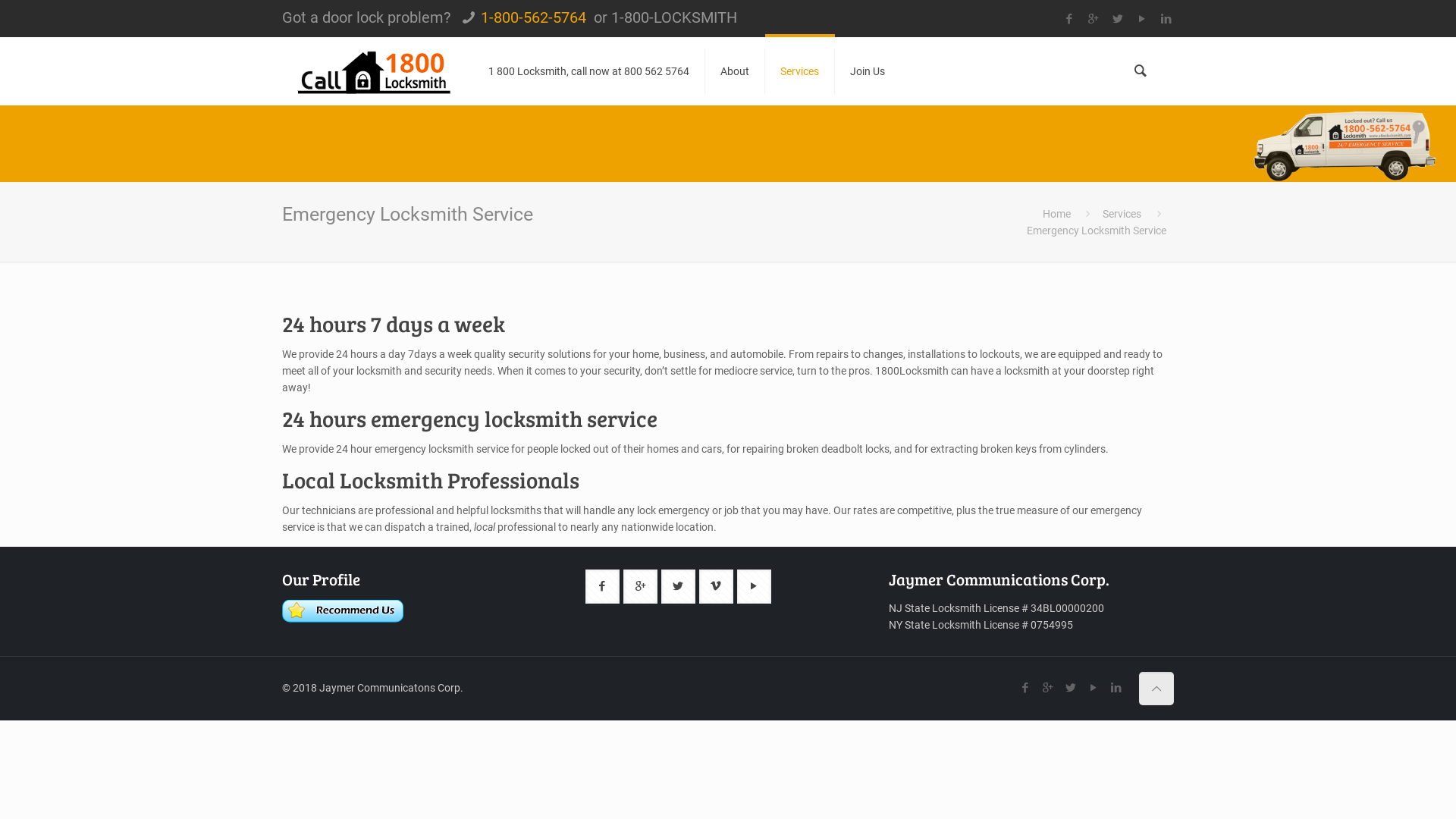 The image size is (1456, 819). I want to click on 'Home', so click(1056, 213).